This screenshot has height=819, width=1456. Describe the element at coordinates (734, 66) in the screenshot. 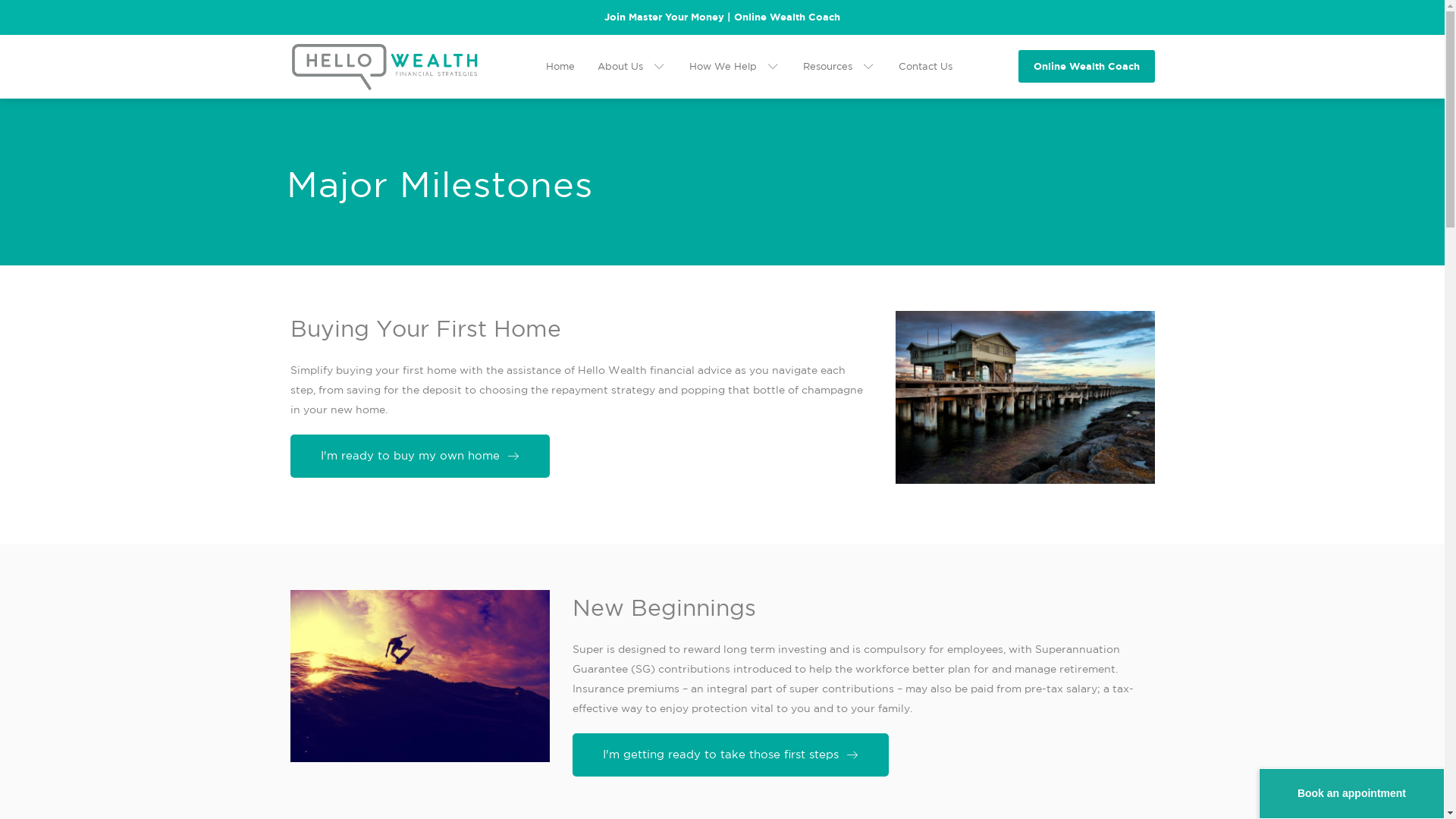

I see `'How We Help'` at that location.